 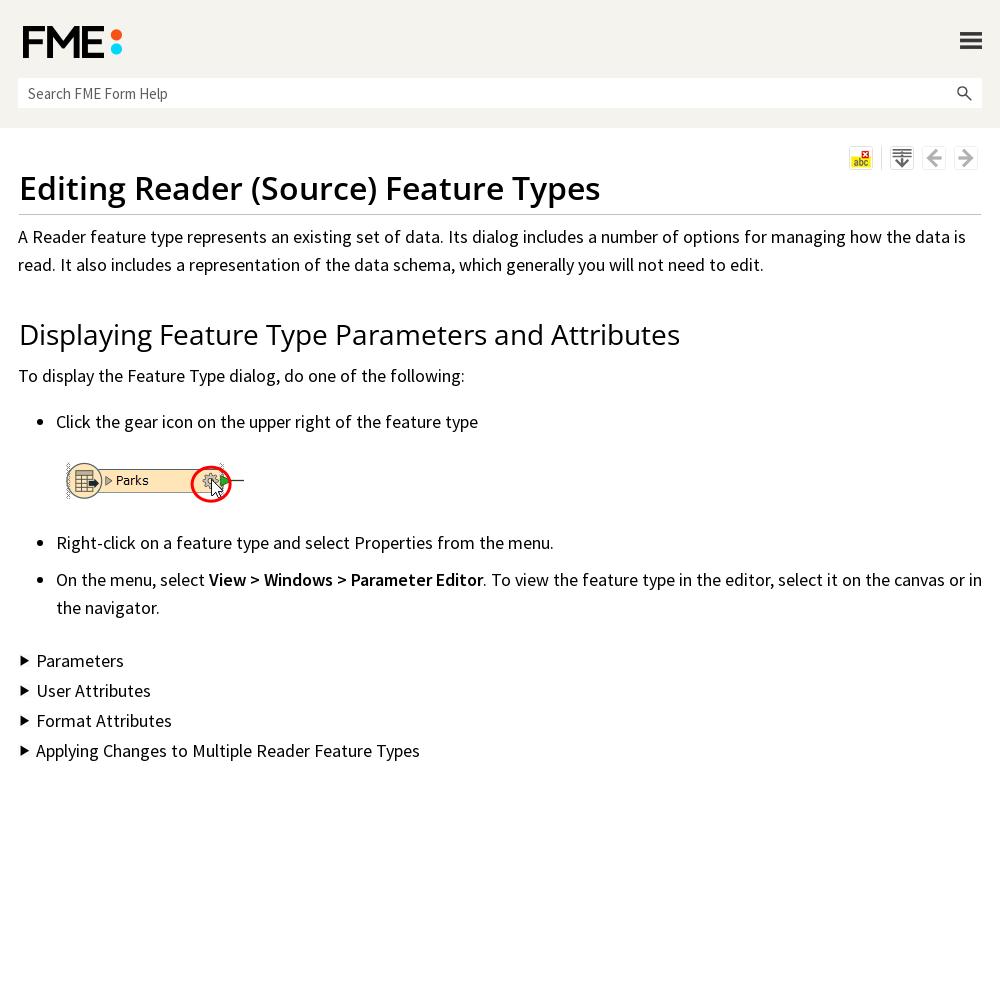 What do you see at coordinates (518, 592) in the screenshot?
I see `'. To view the feature type in the editor, select it on the canvas or in the navigator.'` at bounding box center [518, 592].